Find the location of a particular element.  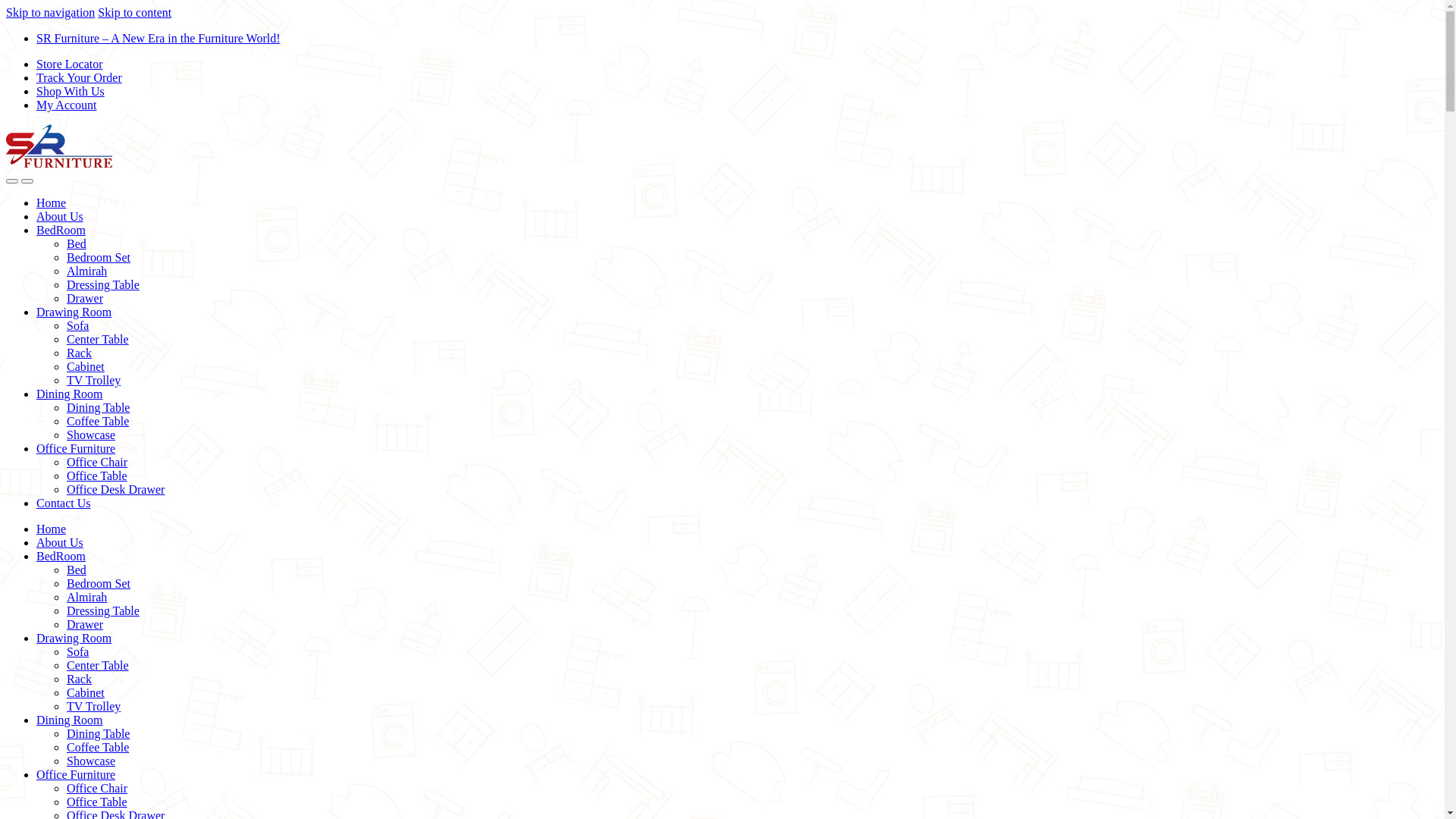

'Contact Us' is located at coordinates (62, 503).